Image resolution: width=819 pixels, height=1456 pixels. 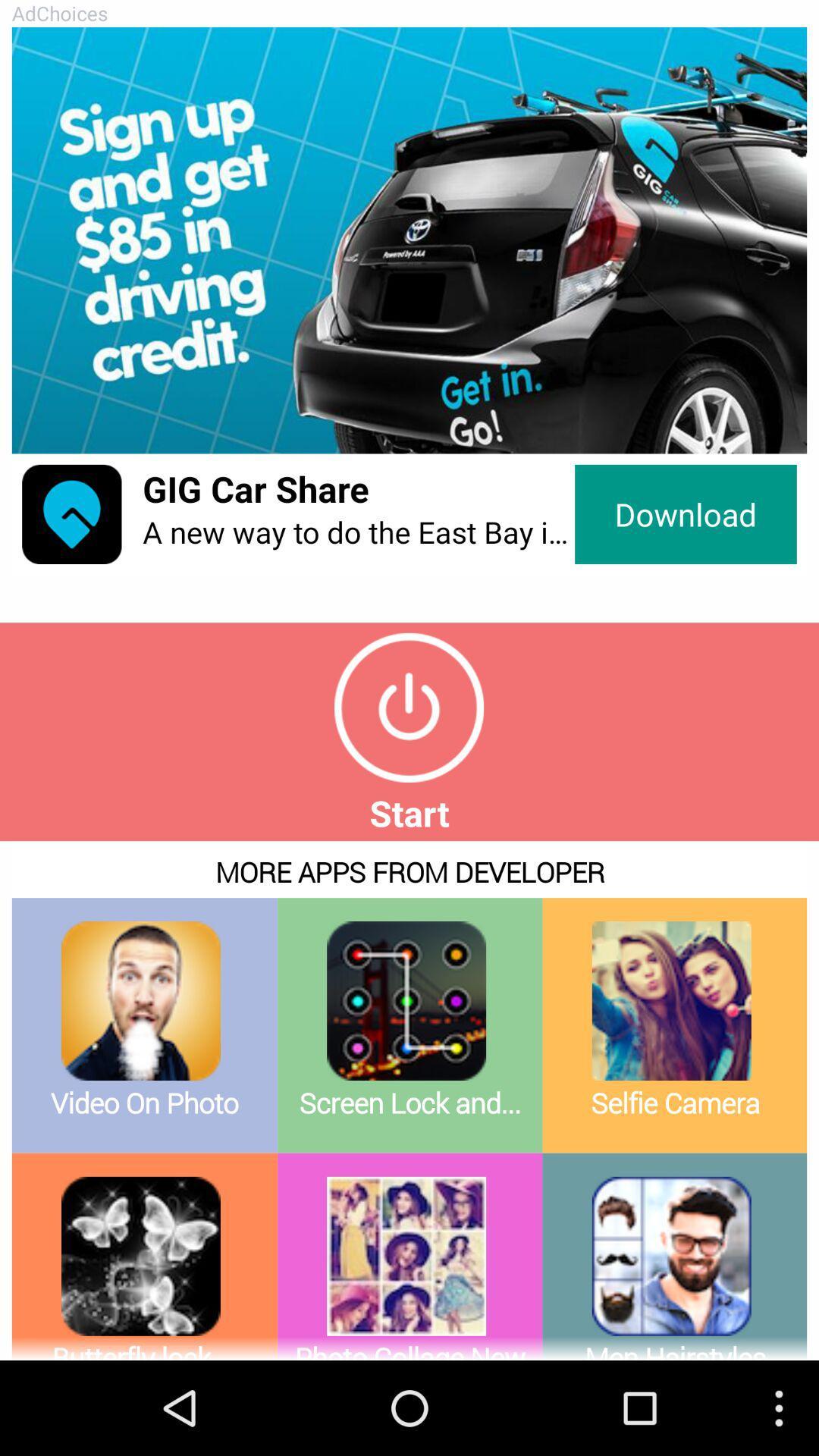 What do you see at coordinates (408, 707) in the screenshot?
I see `start` at bounding box center [408, 707].